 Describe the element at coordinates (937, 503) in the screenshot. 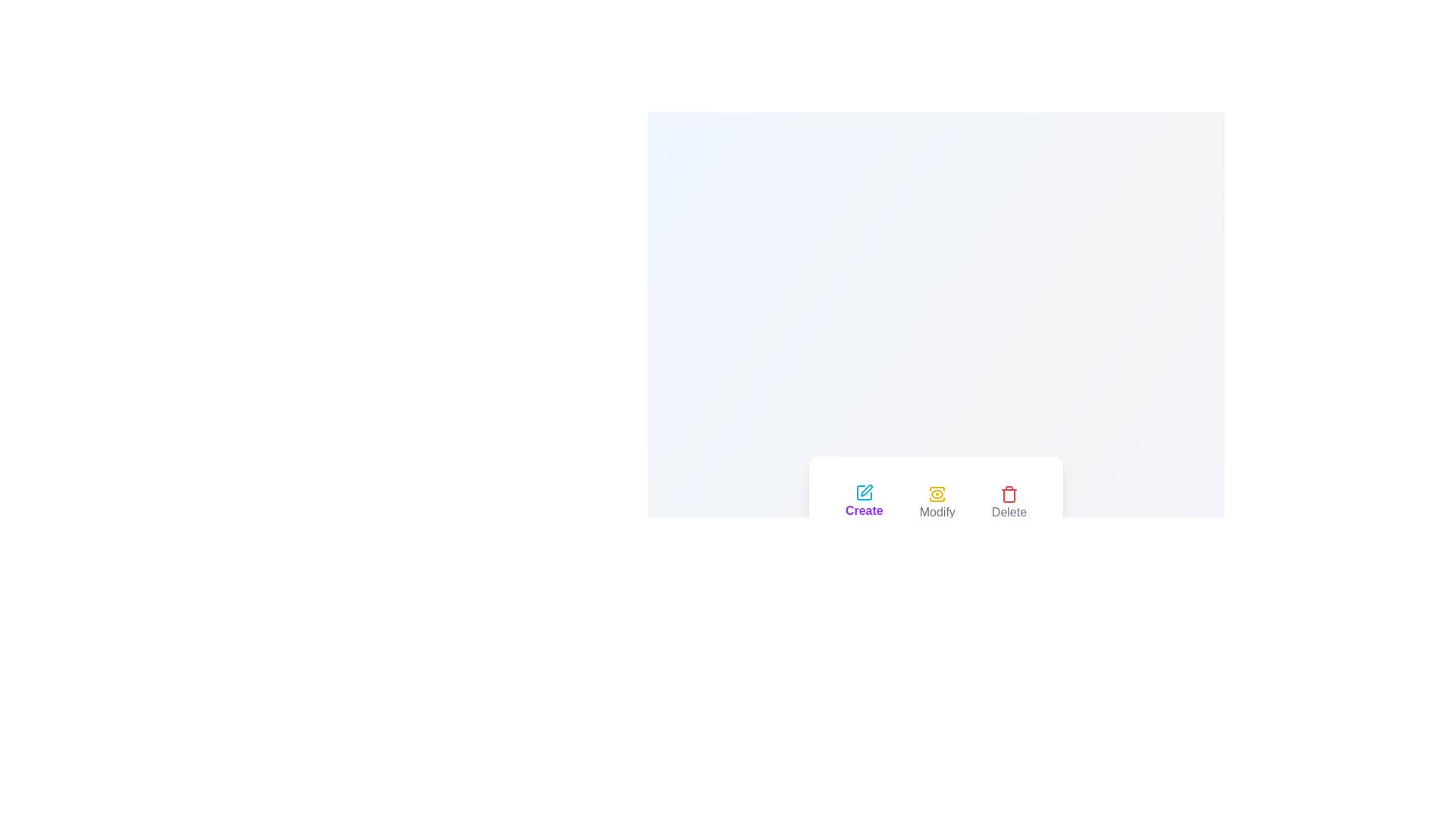

I see `the tab labeled Modify to observe its hover effect` at that location.